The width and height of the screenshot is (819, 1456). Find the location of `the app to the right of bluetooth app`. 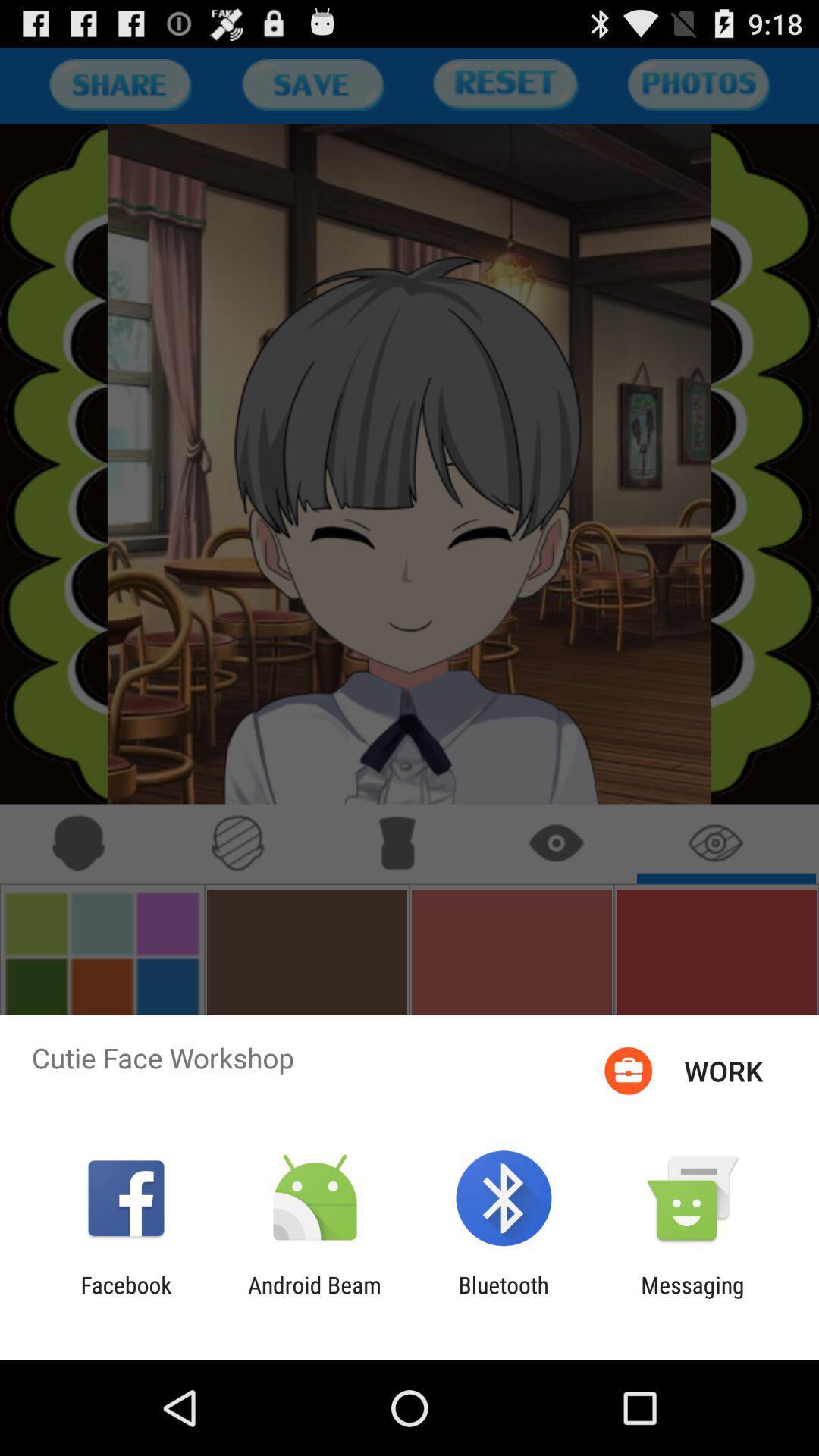

the app to the right of bluetooth app is located at coordinates (692, 1298).